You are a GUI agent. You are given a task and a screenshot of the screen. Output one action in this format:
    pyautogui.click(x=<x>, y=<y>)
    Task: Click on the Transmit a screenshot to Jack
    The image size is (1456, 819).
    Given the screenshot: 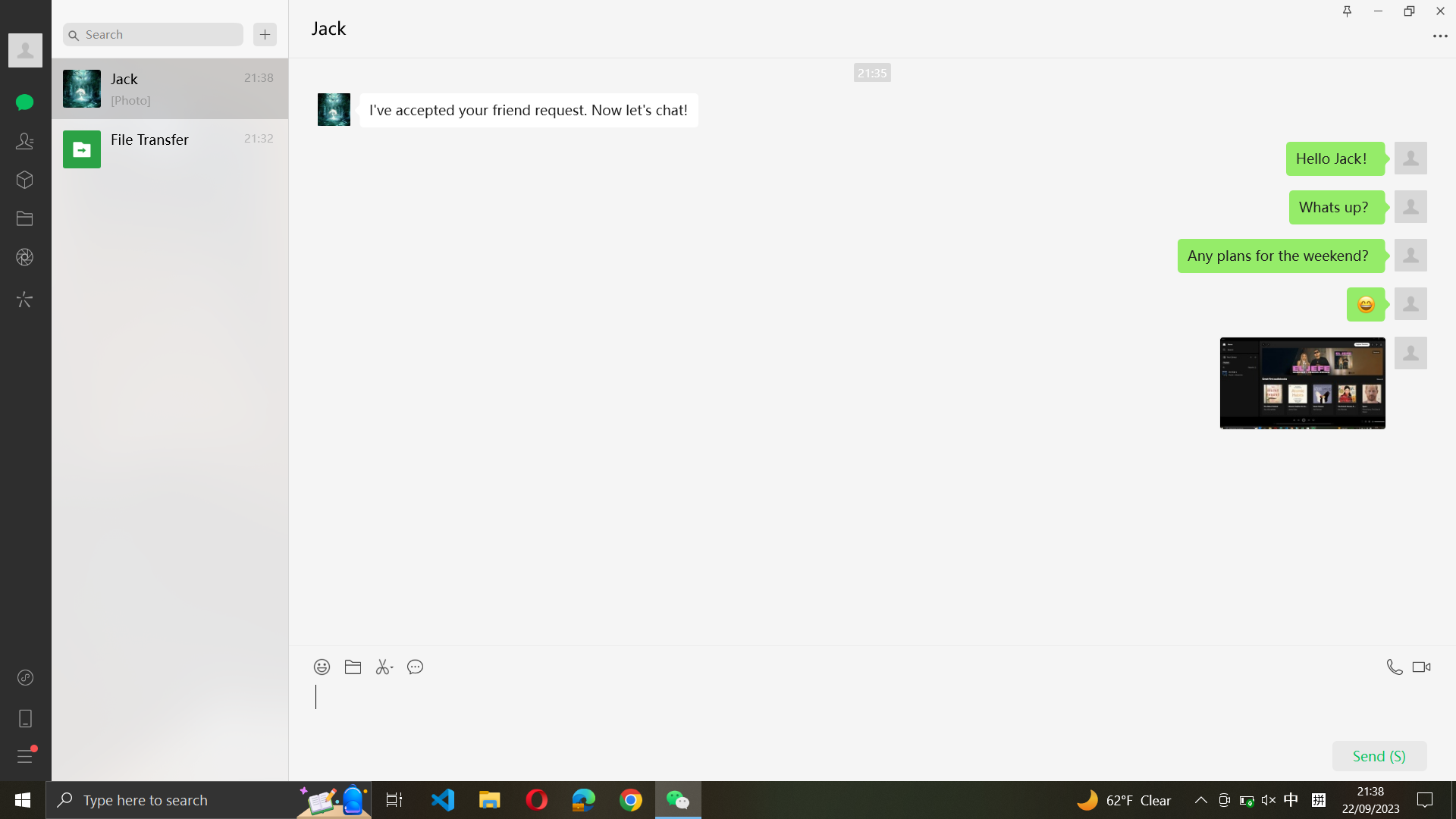 What is the action you would take?
    pyautogui.click(x=386, y=662)
    